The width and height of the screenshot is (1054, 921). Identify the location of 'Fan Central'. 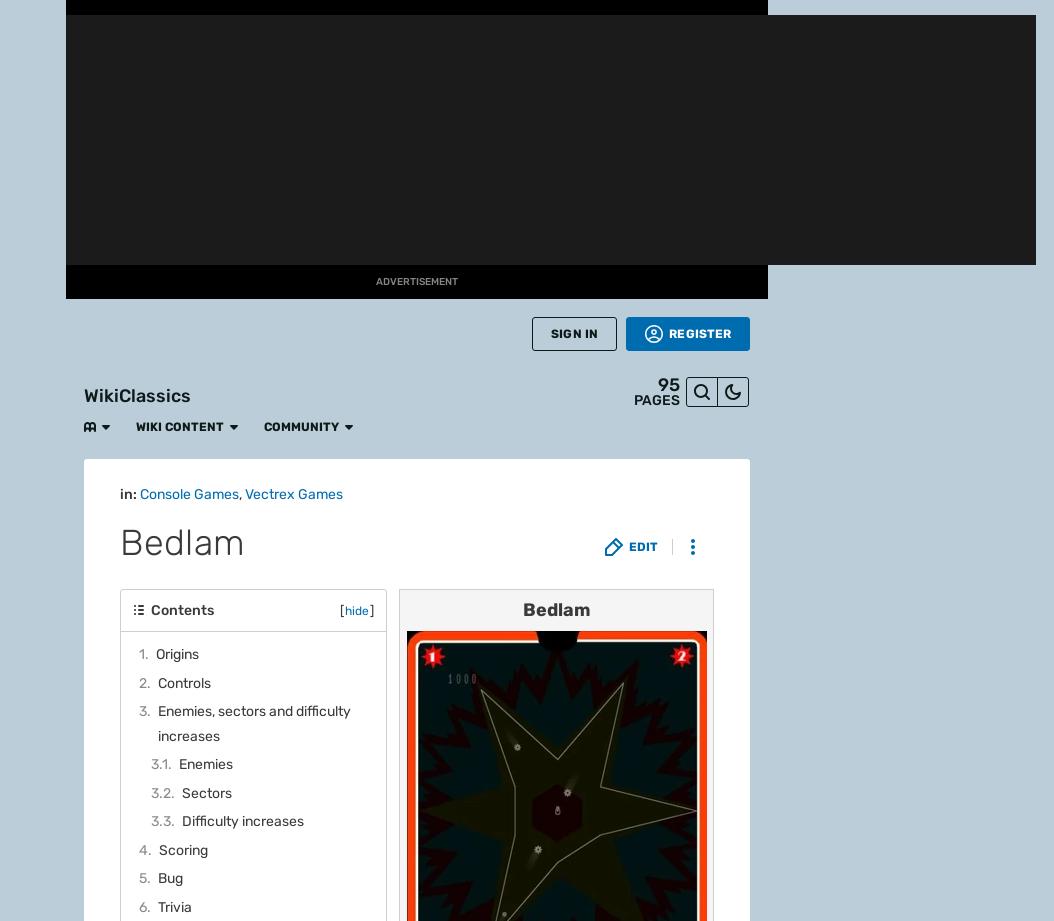
(32, 191).